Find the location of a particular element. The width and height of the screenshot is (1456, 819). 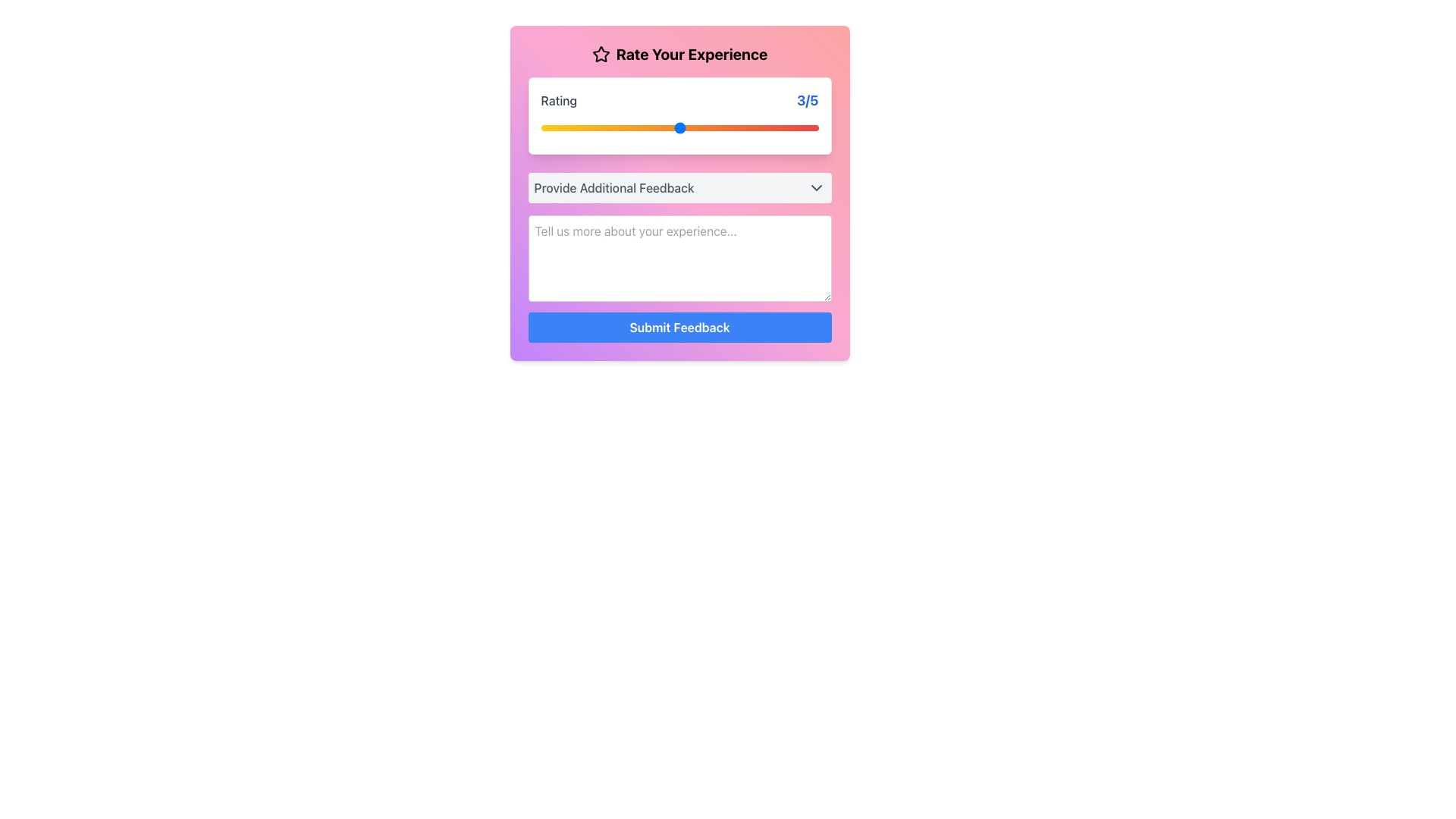

the interactive dropdown arrow icon located at the top-right corner of the 'Provide Additional Feedback' section is located at coordinates (815, 187).